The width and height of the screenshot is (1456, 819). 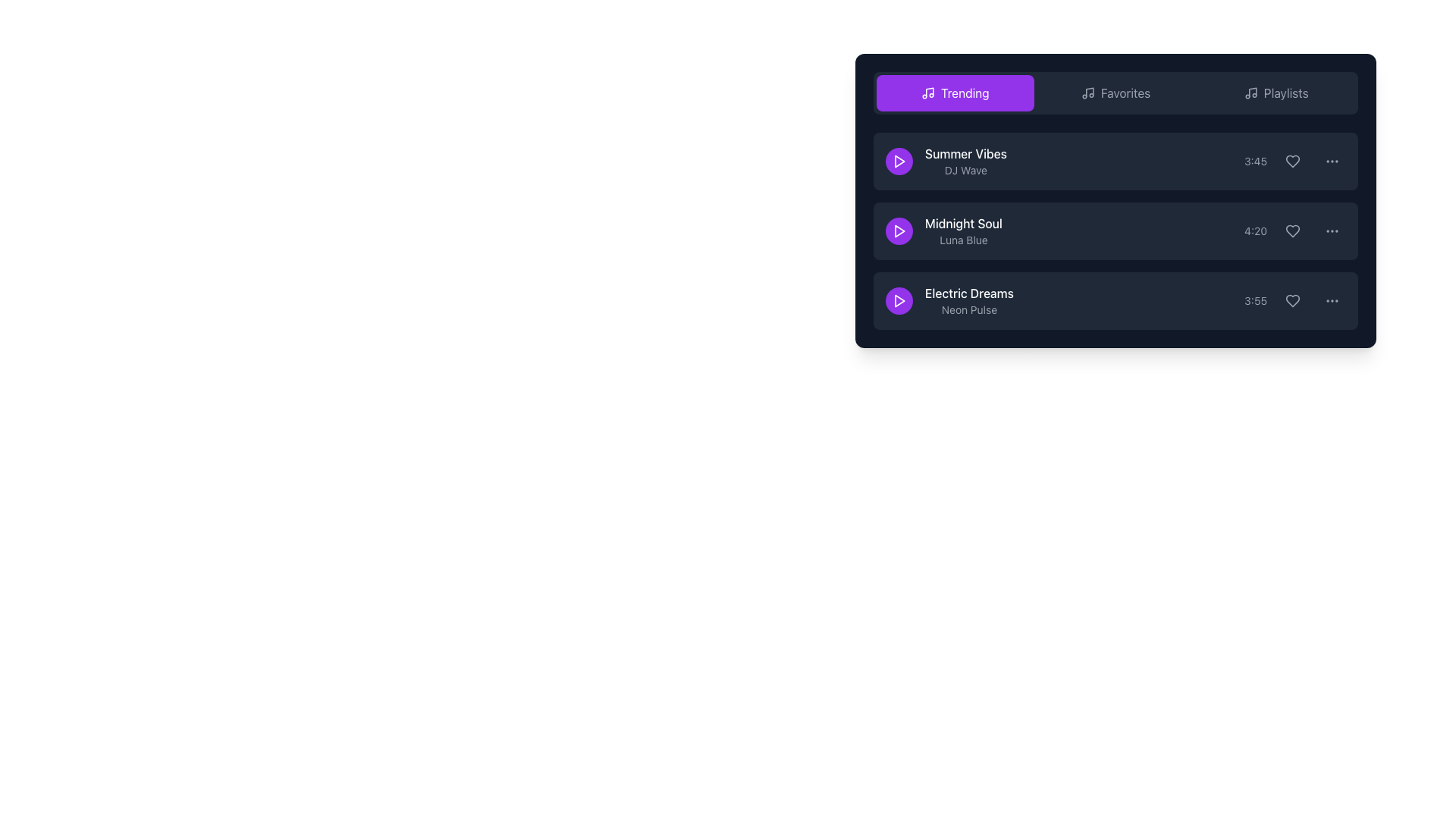 I want to click on the button represented by an icon of three vertical dots in a circular background, which highlights upon hovering, so click(x=1331, y=161).